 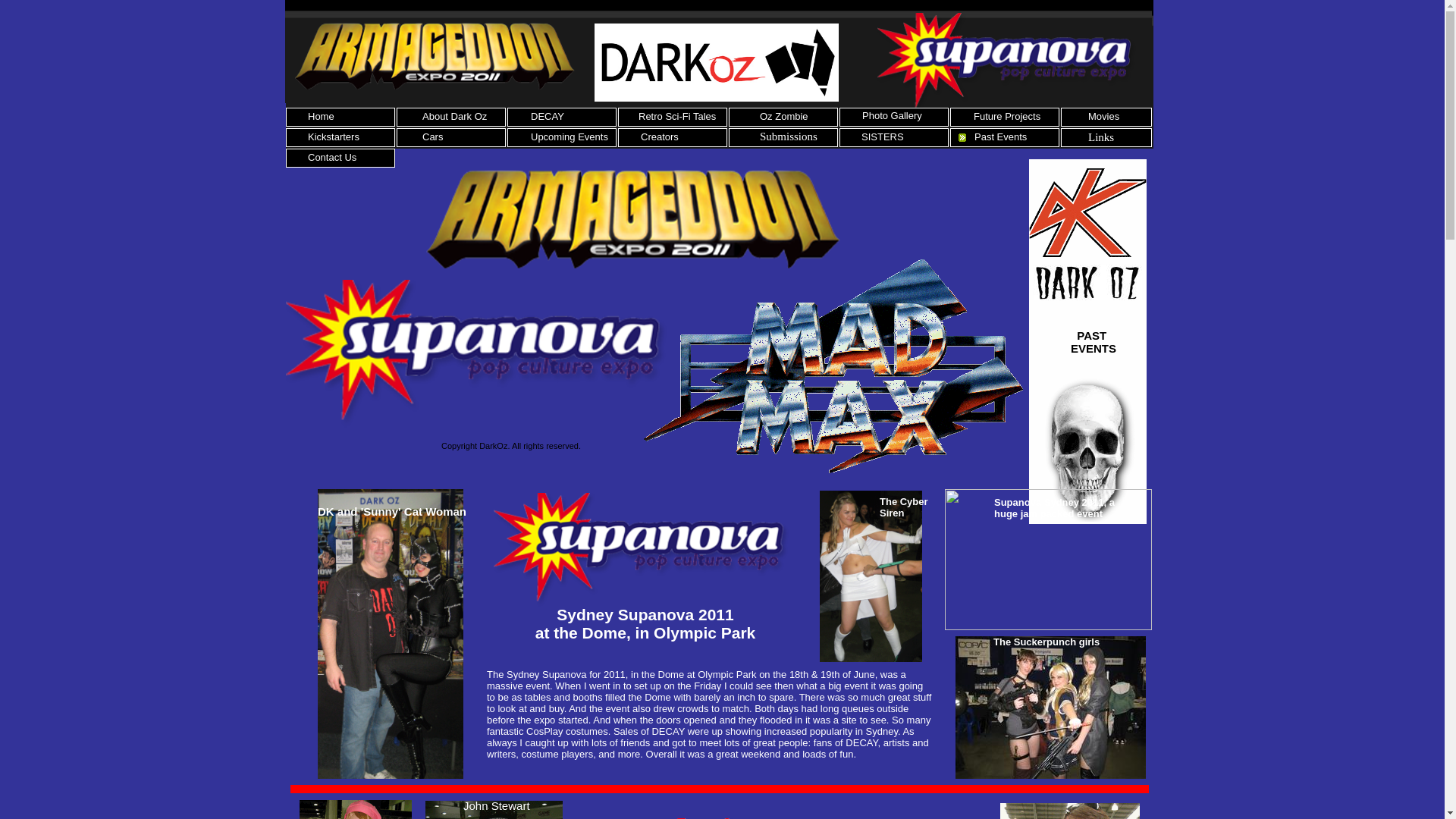 What do you see at coordinates (789, 136) in the screenshot?
I see `'Submissions'` at bounding box center [789, 136].